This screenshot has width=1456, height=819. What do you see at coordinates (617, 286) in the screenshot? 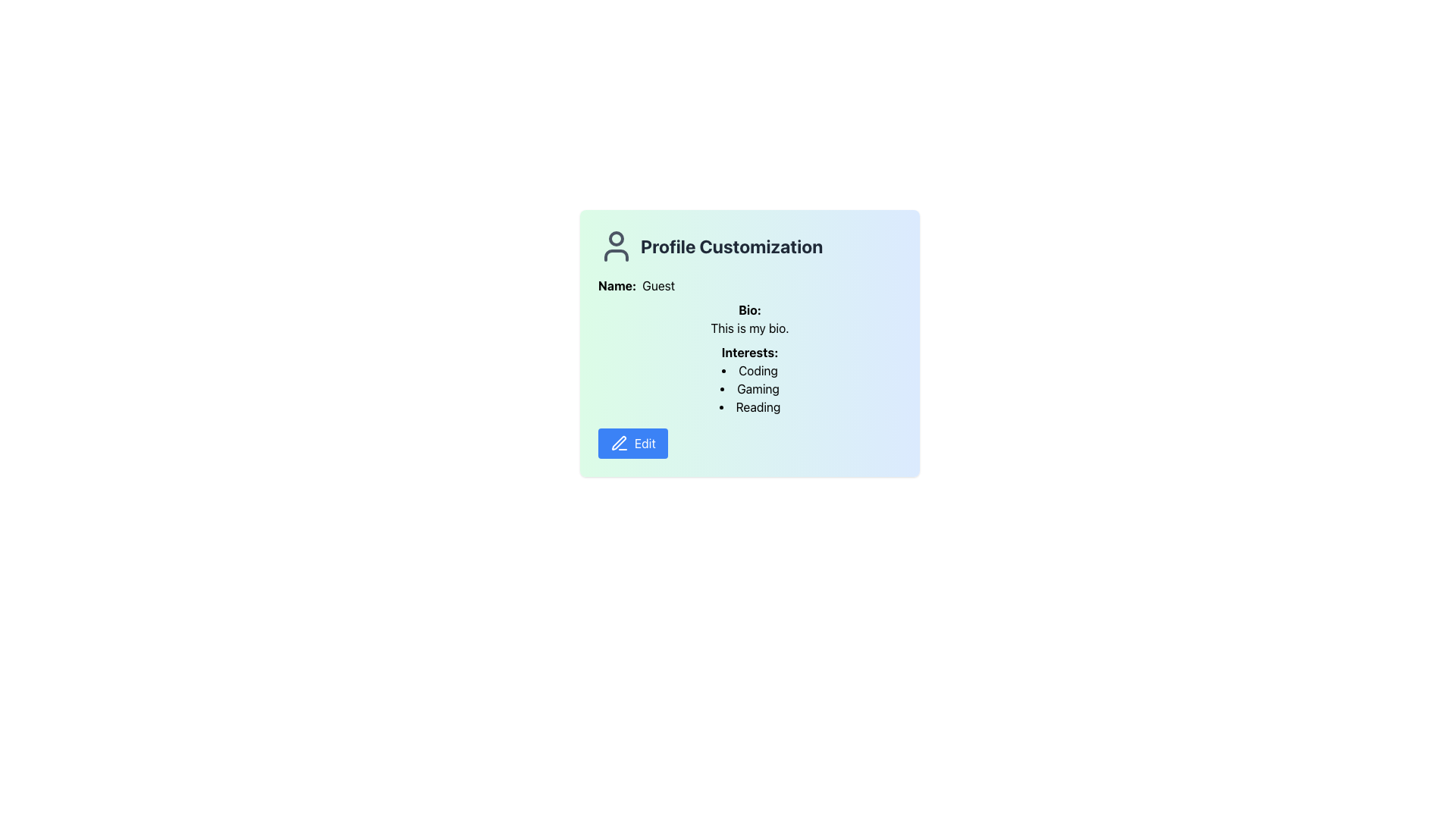
I see `text label styled as 'Name:' located in the top-left area of the 'Profile Customization' card, directly to the left of the text 'Guest'` at bounding box center [617, 286].